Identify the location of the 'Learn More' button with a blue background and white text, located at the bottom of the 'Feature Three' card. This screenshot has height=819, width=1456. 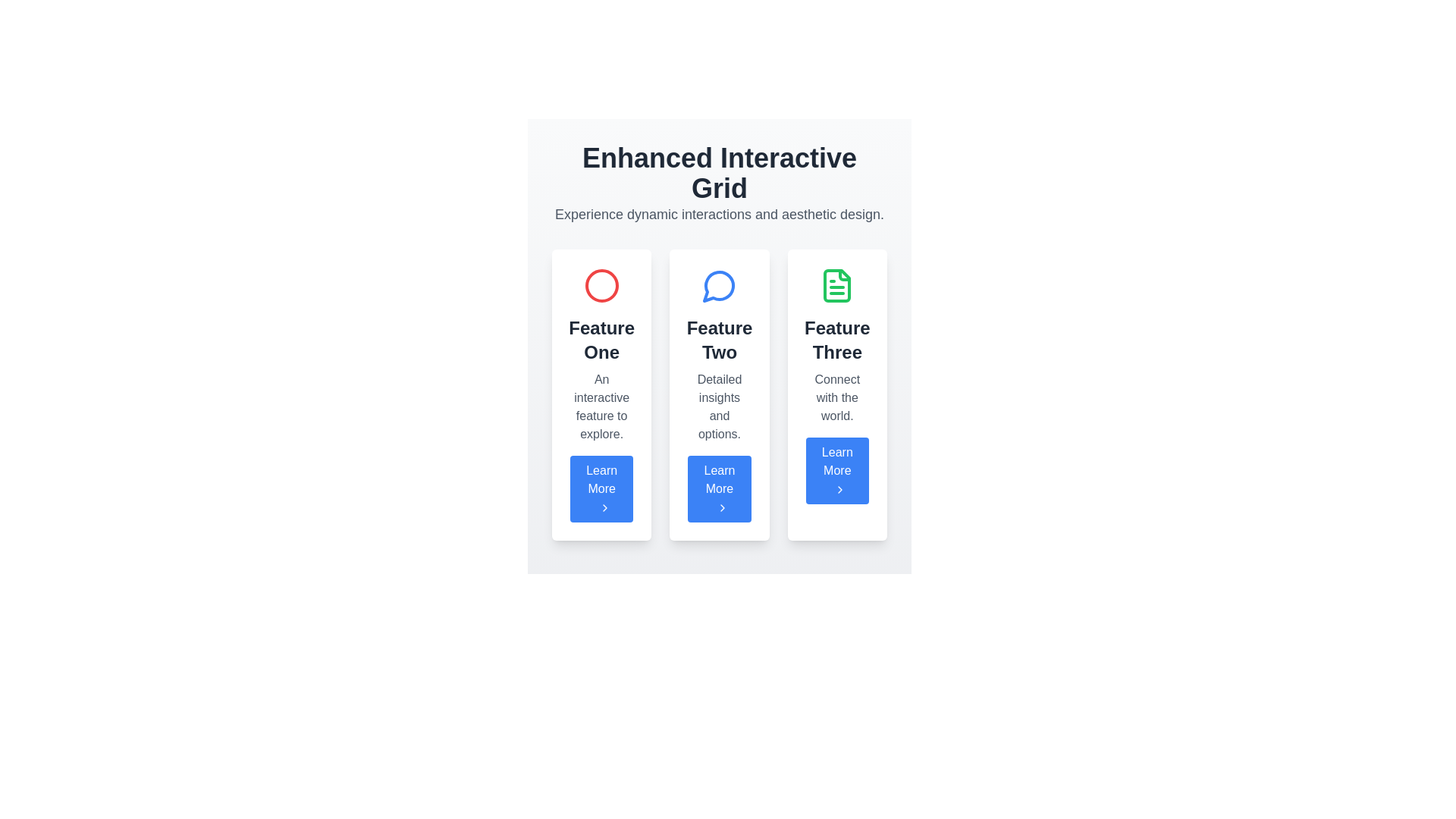
(836, 470).